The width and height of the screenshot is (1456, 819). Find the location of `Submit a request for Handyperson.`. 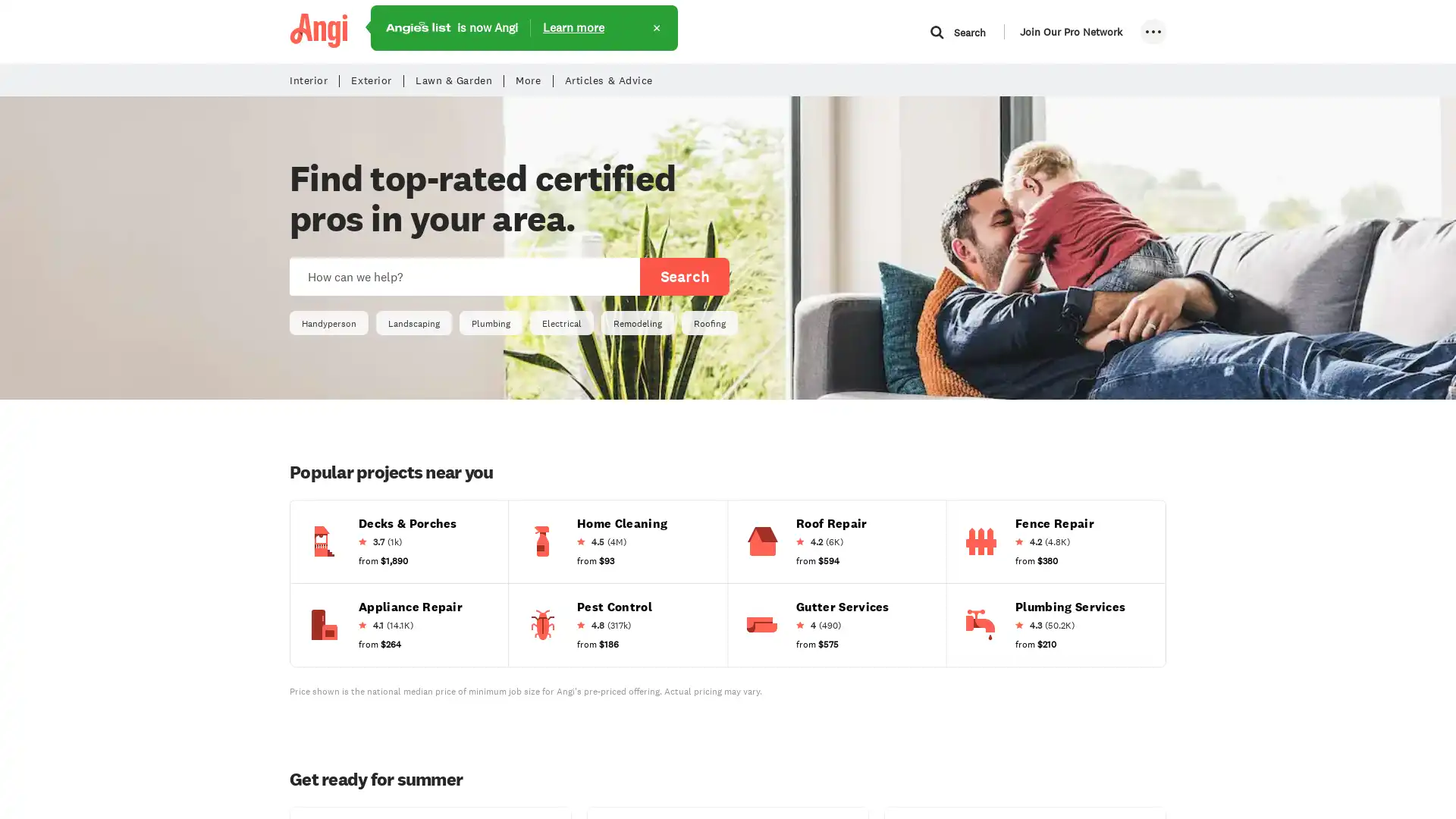

Submit a request for Handyperson. is located at coordinates (328, 322).